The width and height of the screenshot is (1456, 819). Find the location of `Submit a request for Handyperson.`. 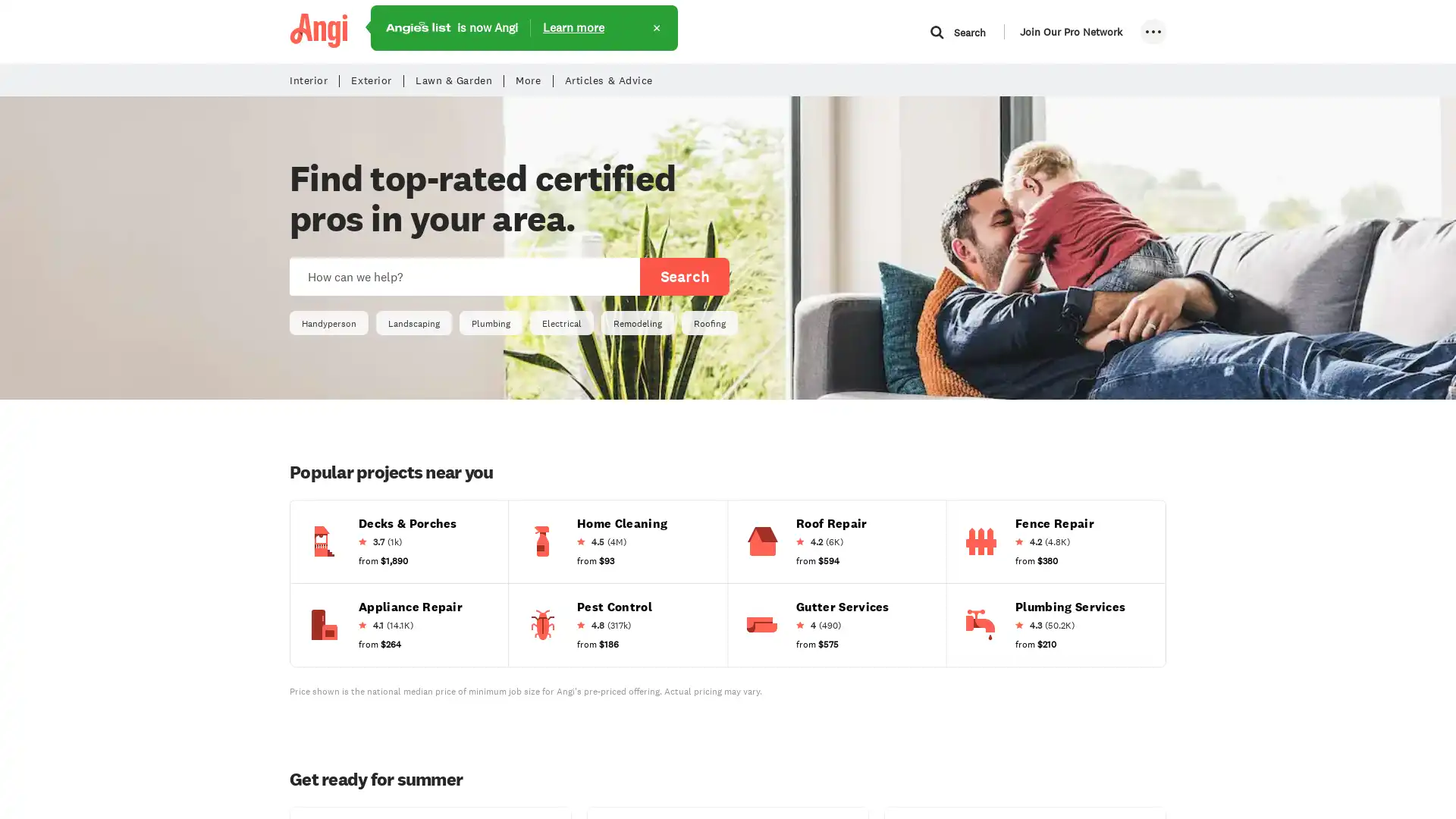

Submit a request for Handyperson. is located at coordinates (328, 322).